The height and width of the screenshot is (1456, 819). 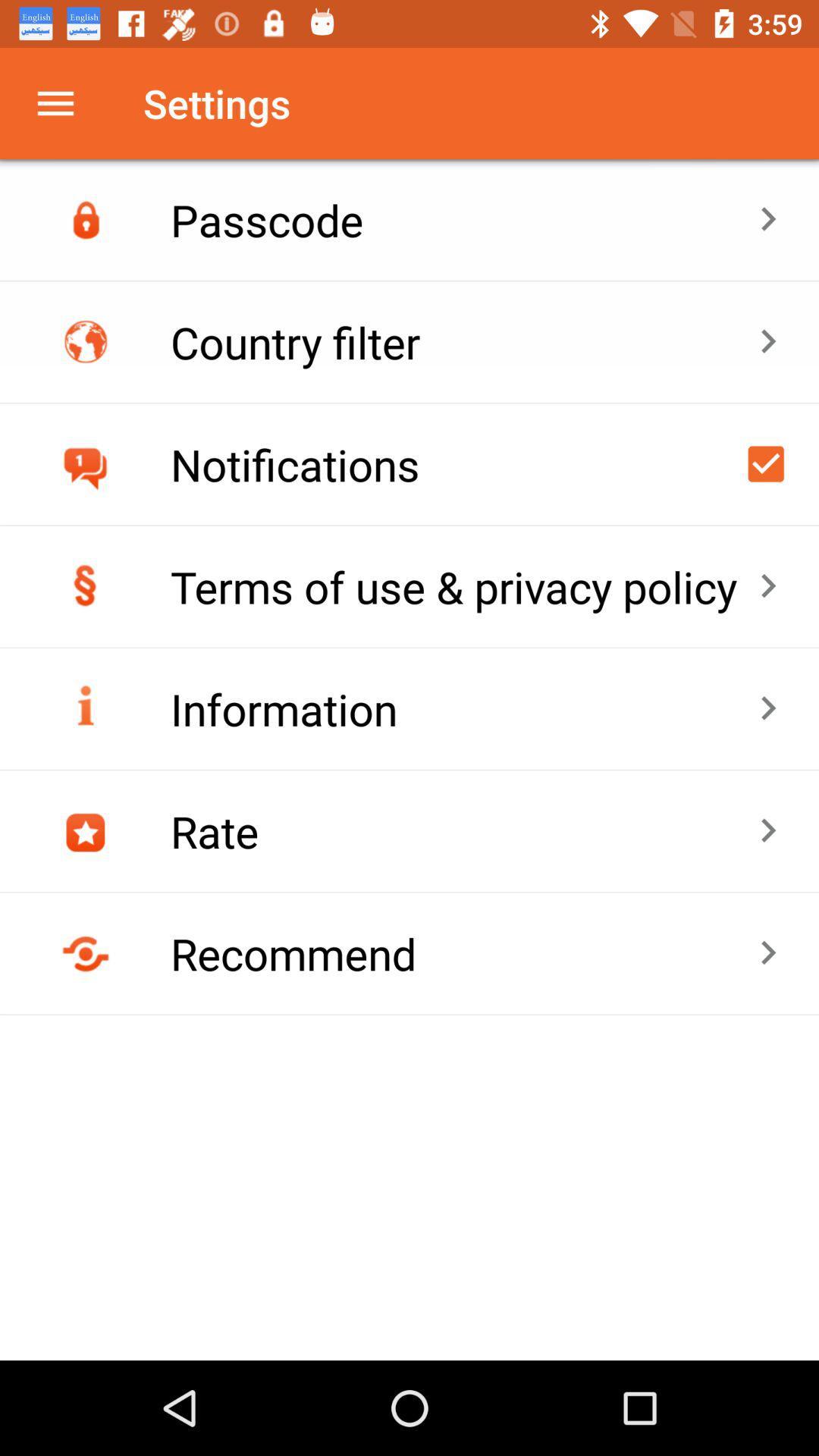 I want to click on the recommend item, so click(x=463, y=952).